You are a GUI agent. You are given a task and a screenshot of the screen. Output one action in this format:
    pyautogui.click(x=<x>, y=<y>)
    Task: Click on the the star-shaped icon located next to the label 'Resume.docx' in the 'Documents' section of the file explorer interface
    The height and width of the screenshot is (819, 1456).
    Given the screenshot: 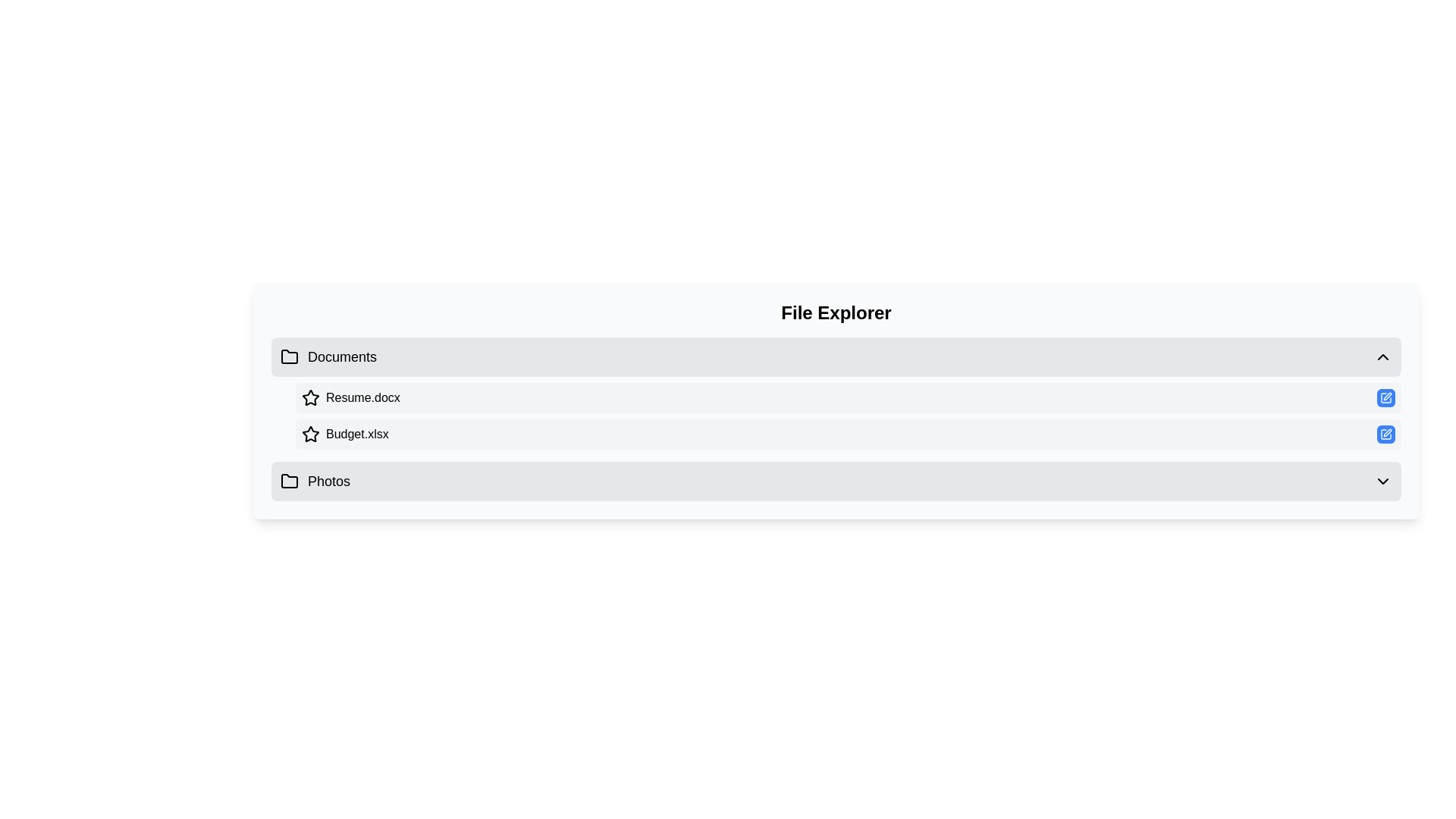 What is the action you would take?
    pyautogui.click(x=309, y=397)
    